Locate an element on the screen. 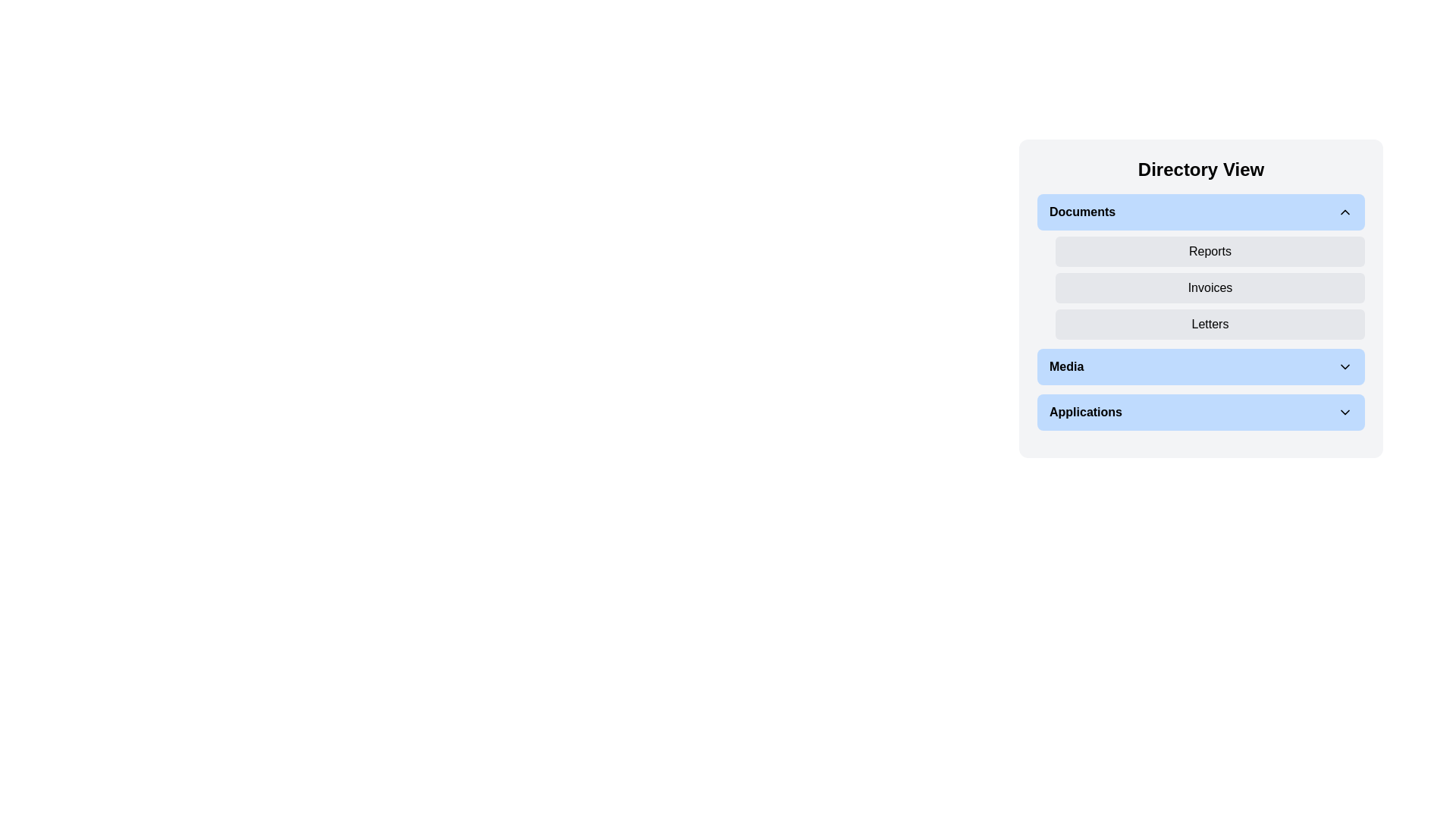 The image size is (1456, 819). the 'Reports' button located in the 'Documents' section of the 'Directory View' interface is located at coordinates (1210, 250).